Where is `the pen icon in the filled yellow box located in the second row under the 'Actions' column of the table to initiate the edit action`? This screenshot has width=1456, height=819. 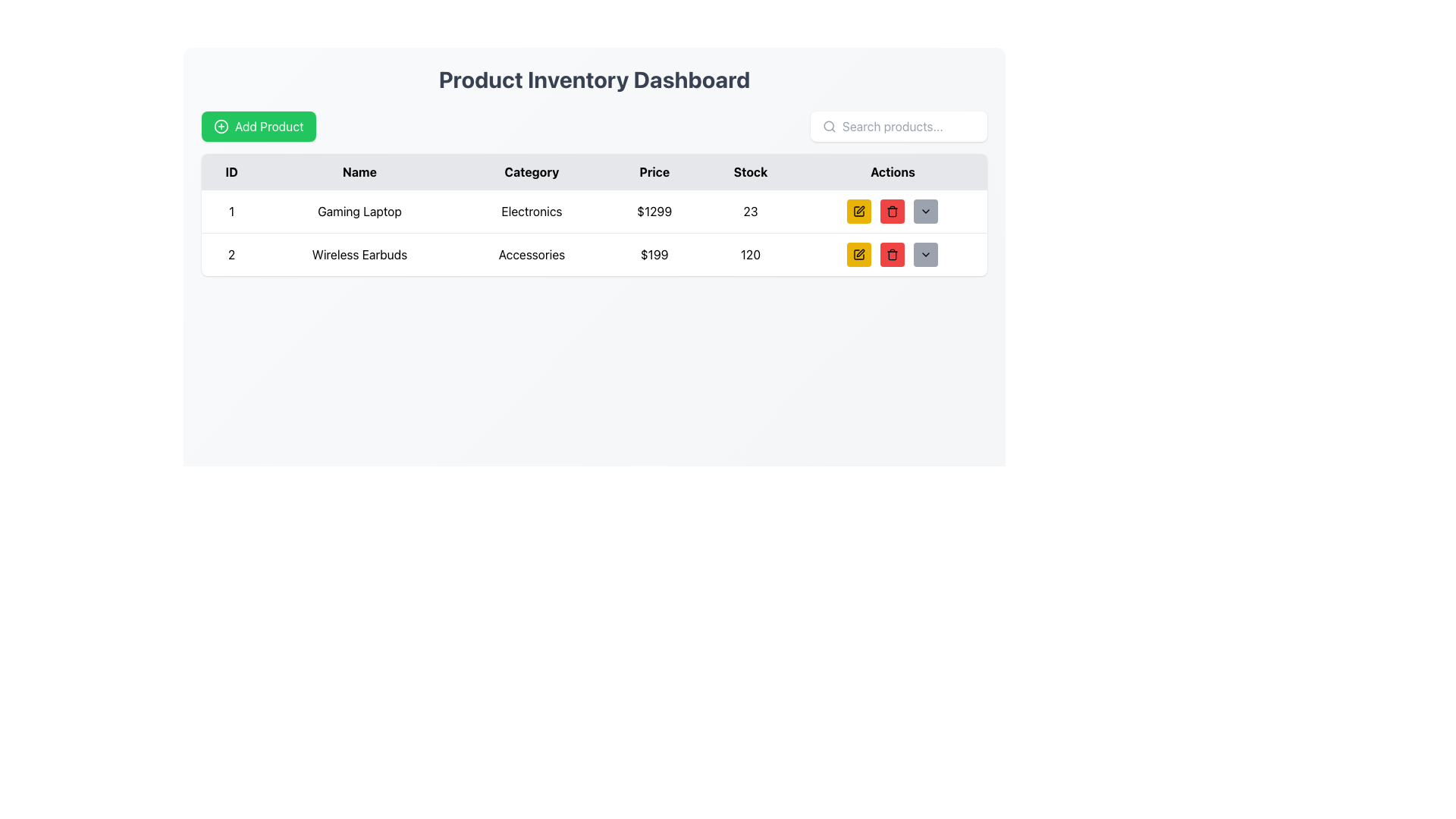
the pen icon in the filled yellow box located in the second row under the 'Actions' column of the table to initiate the edit action is located at coordinates (861, 253).